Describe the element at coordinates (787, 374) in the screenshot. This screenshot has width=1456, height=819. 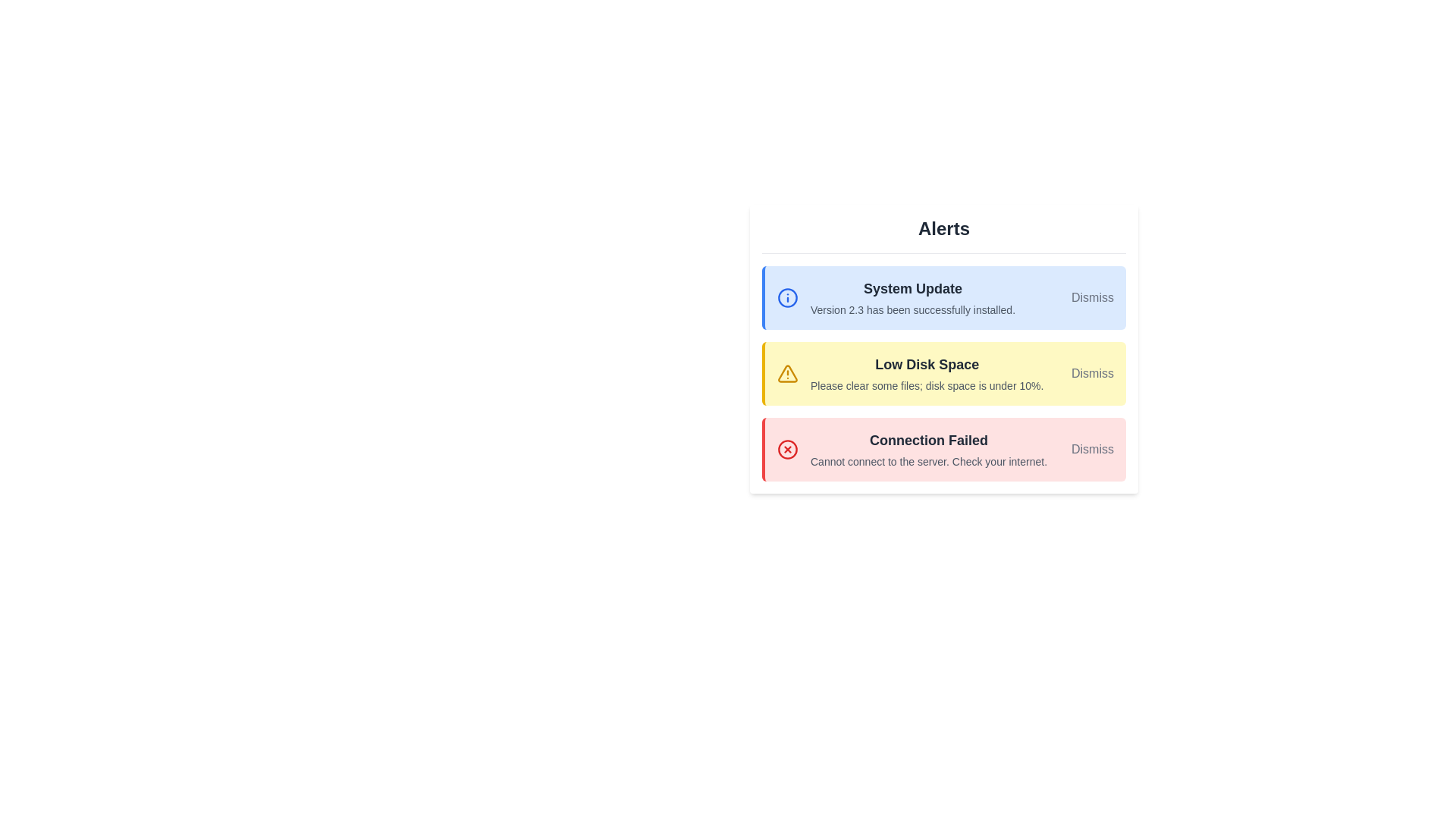
I see `the warning icon shaped like a triangle with rounded corners and a yellow border, which is located in the 'Low Disk Space' alert card, positioned to the left of the title 'Low Disk Space'` at that location.